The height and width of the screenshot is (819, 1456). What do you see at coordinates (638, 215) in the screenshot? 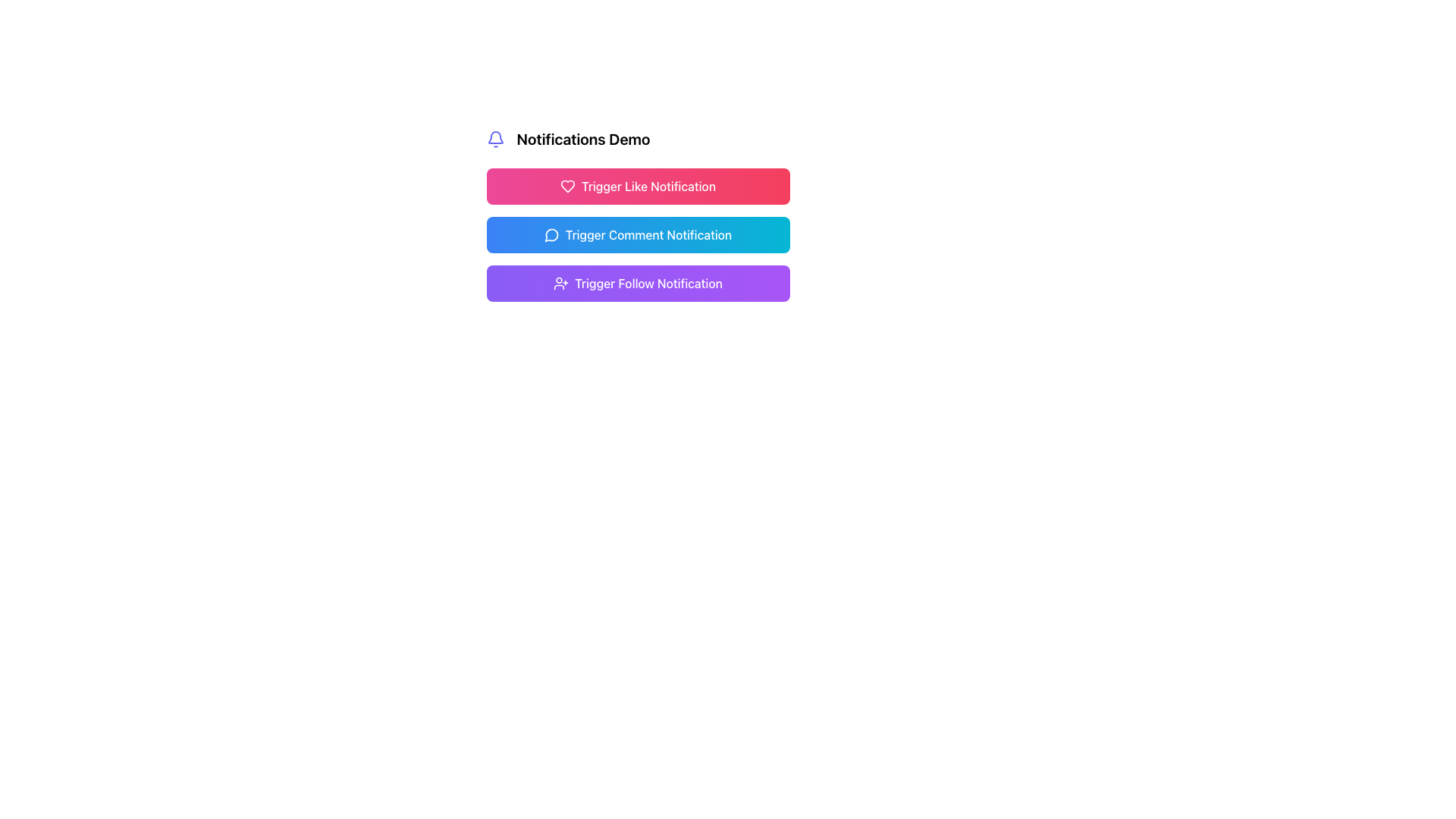
I see `the second button under the heading 'Notifications Demo'` at bounding box center [638, 215].